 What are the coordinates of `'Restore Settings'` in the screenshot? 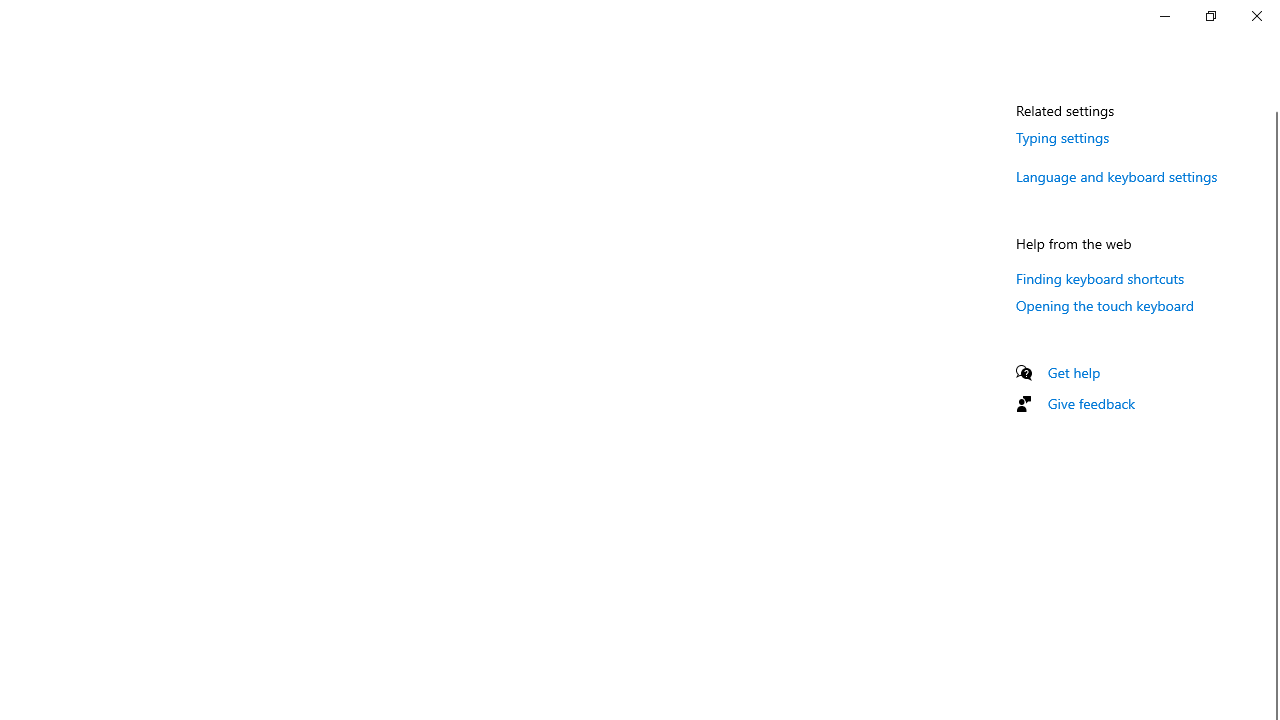 It's located at (1209, 15).